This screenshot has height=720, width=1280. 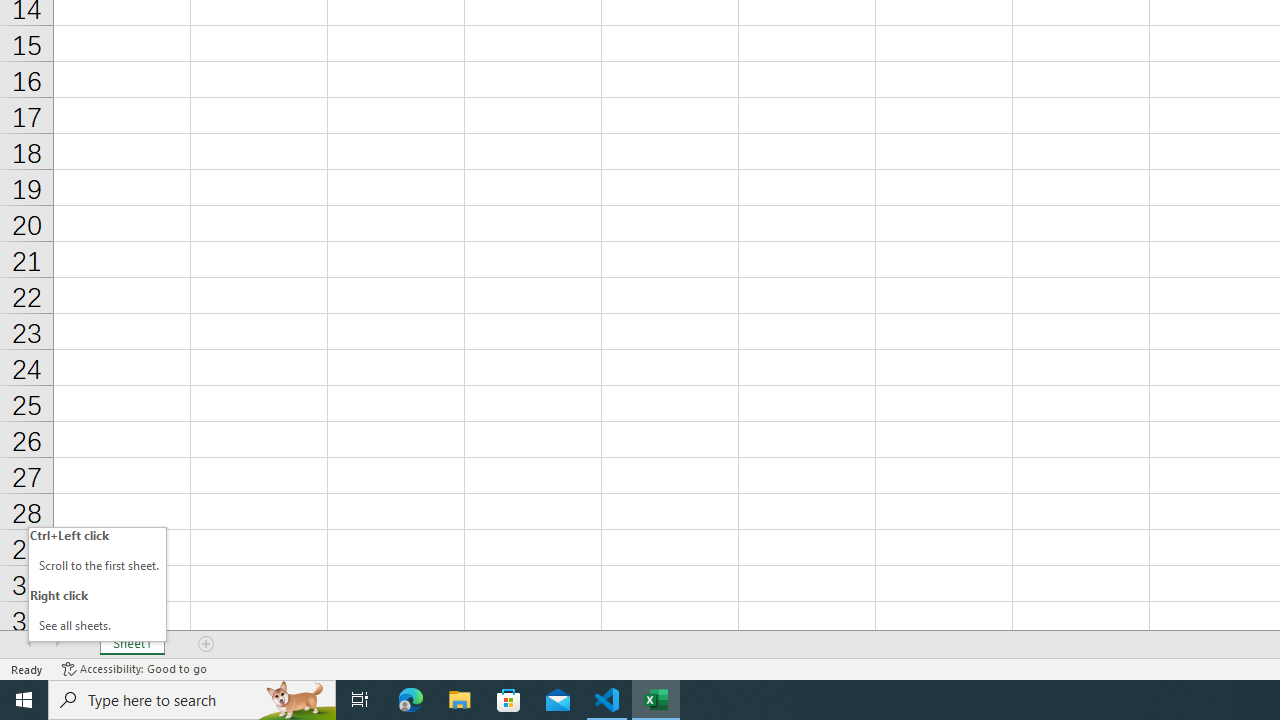 What do you see at coordinates (207, 644) in the screenshot?
I see `'Add Sheet'` at bounding box center [207, 644].